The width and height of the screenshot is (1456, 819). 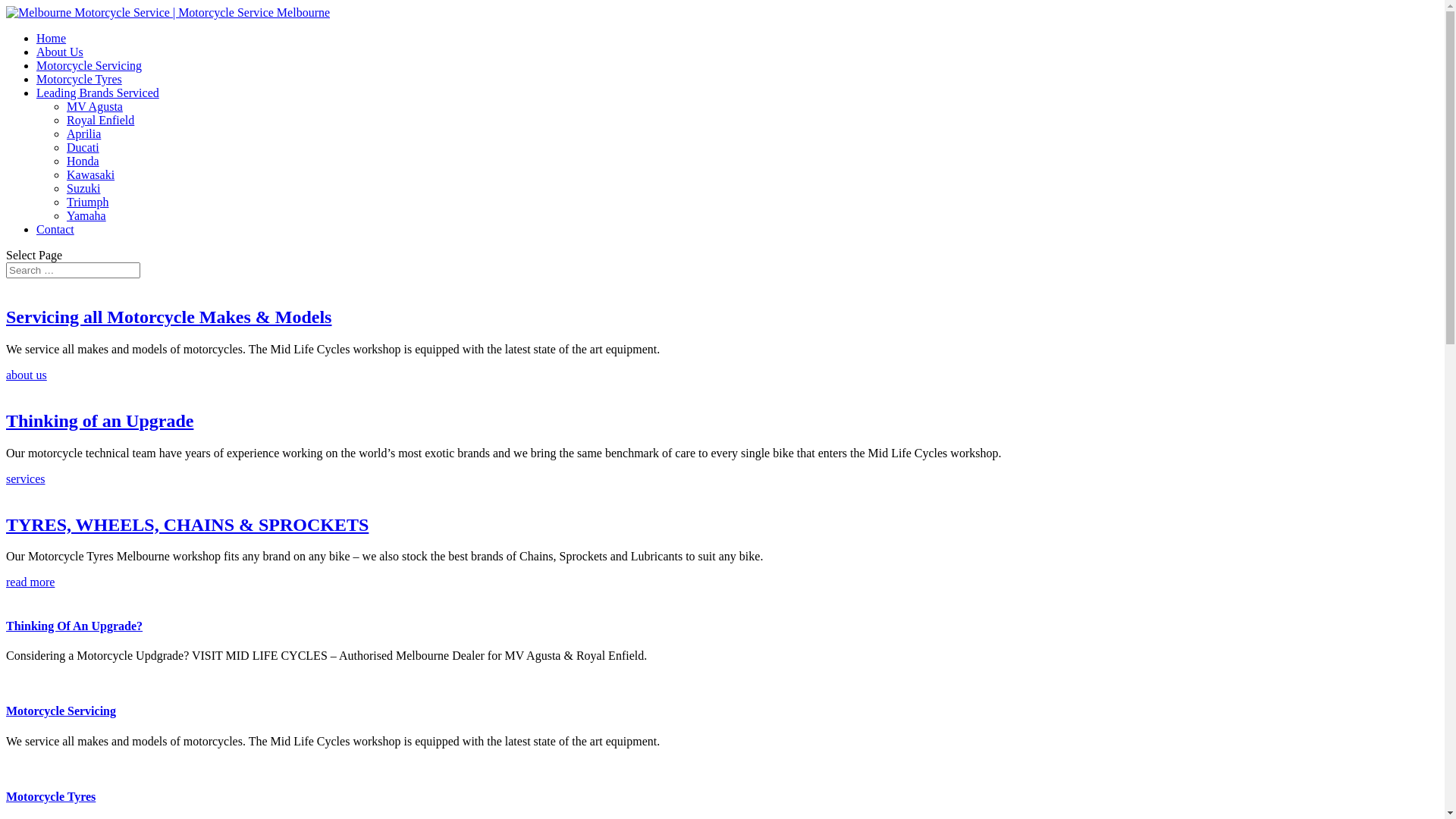 What do you see at coordinates (89, 174) in the screenshot?
I see `'Kawasaki'` at bounding box center [89, 174].